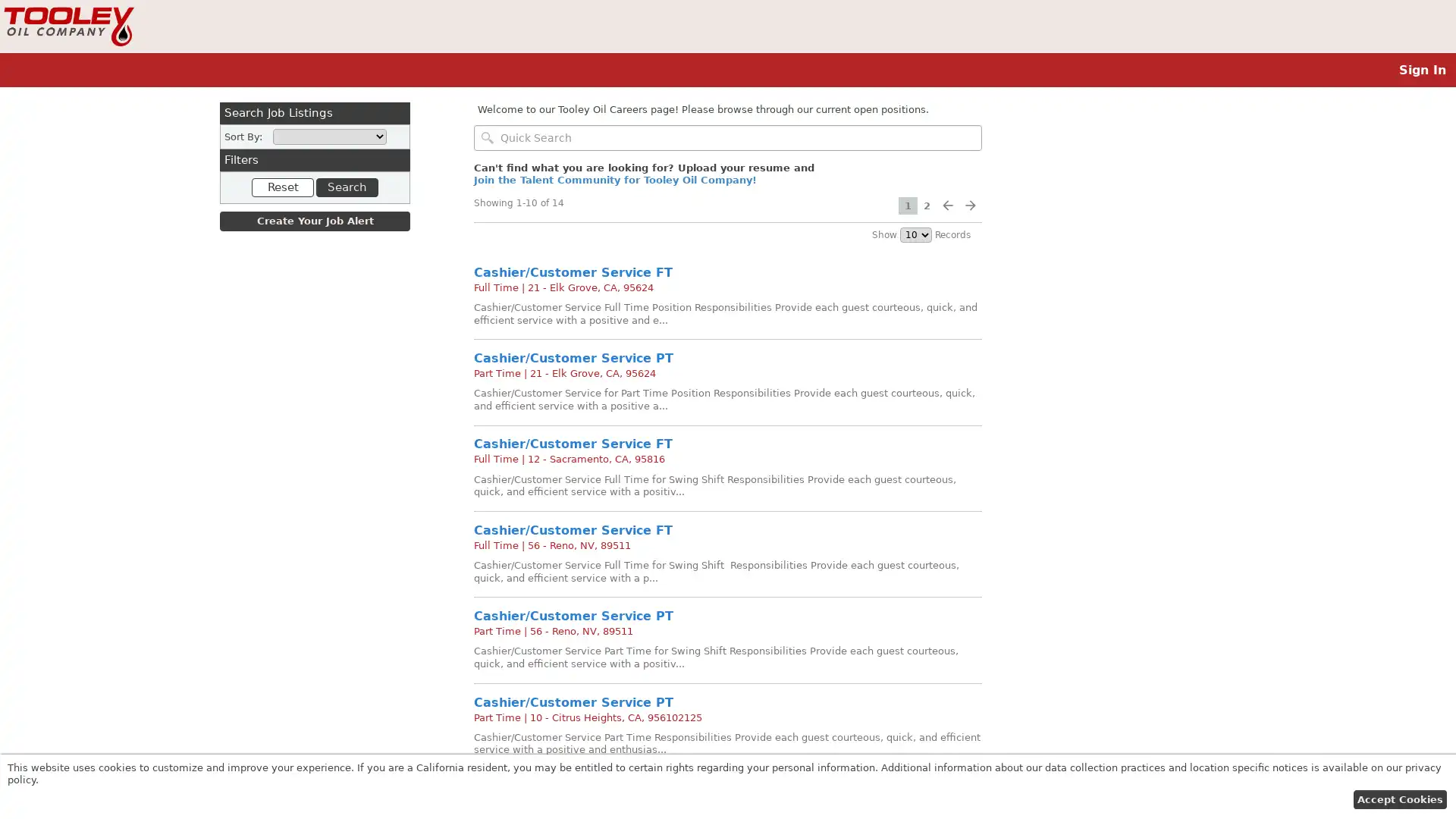  Describe the element at coordinates (345, 186) in the screenshot. I see `Search` at that location.